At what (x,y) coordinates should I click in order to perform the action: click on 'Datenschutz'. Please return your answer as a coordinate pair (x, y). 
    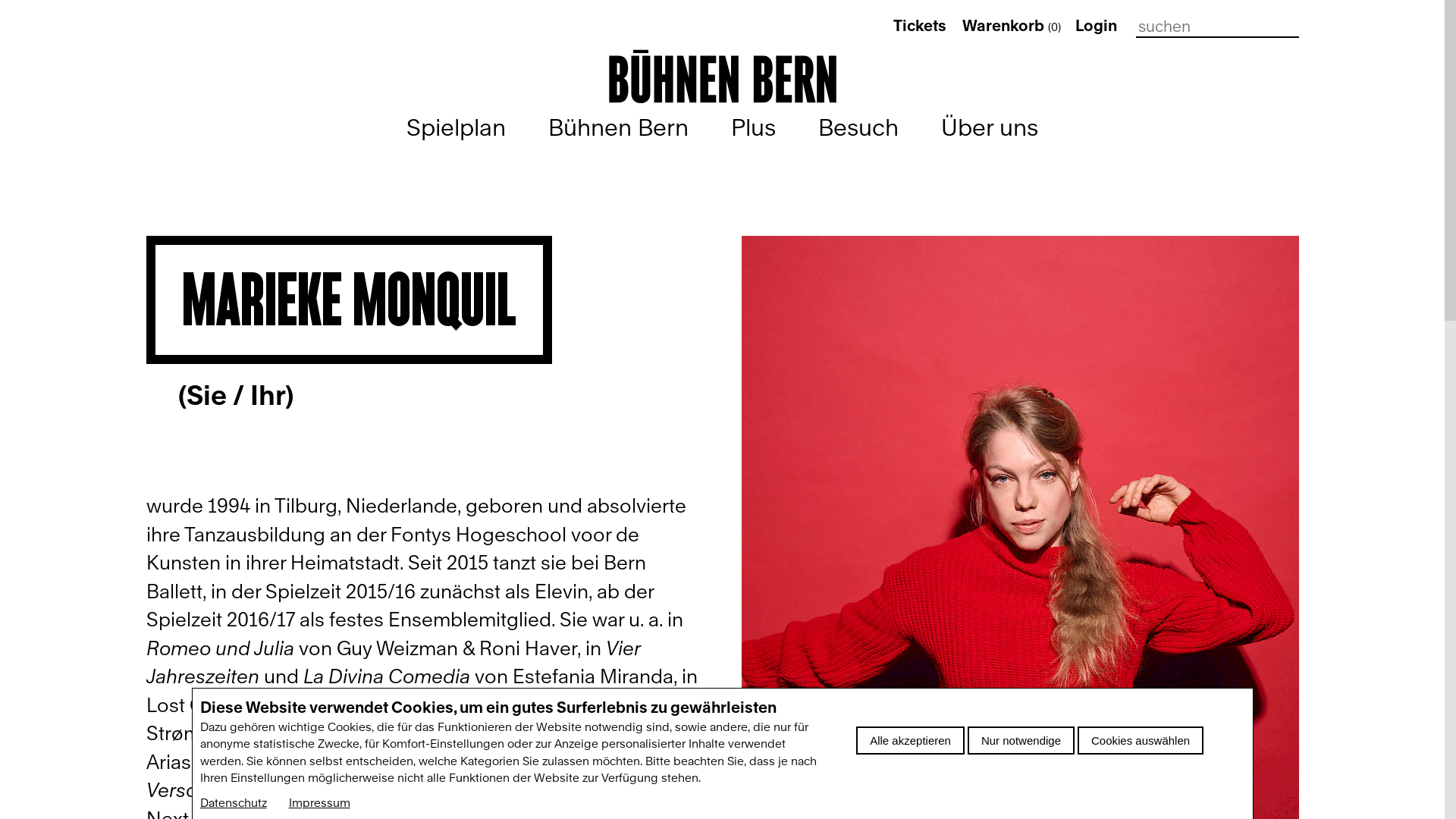
    Looking at the image, I should click on (232, 802).